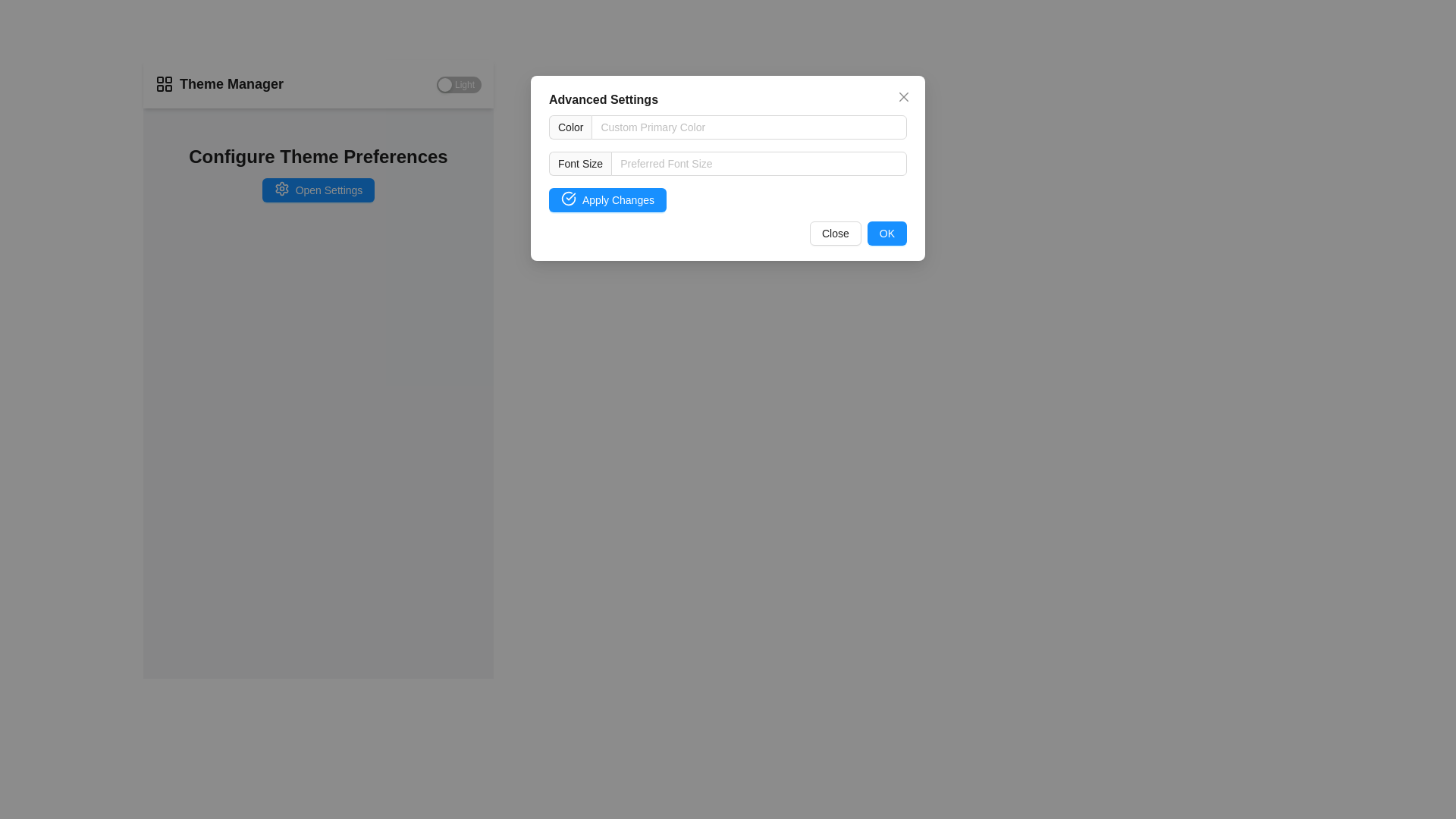 The image size is (1456, 819). What do you see at coordinates (425, 85) in the screenshot?
I see `the current theme state by checking the 'Dark' textual label within the toggle switch located at the top-right corner of the application interface` at bounding box center [425, 85].